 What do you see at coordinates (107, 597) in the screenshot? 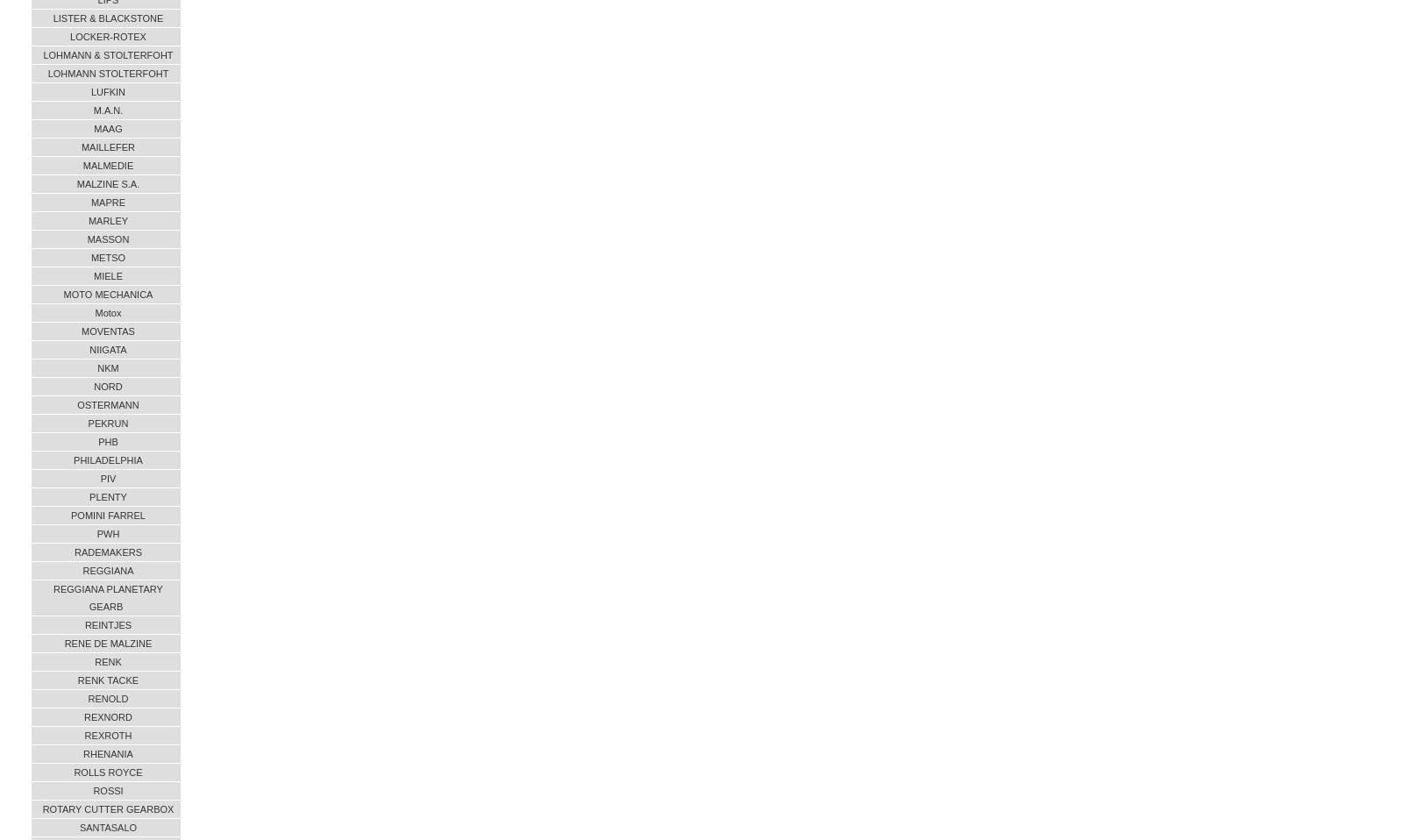
I see `'REGGIANA PLANETARY GEARB'` at bounding box center [107, 597].